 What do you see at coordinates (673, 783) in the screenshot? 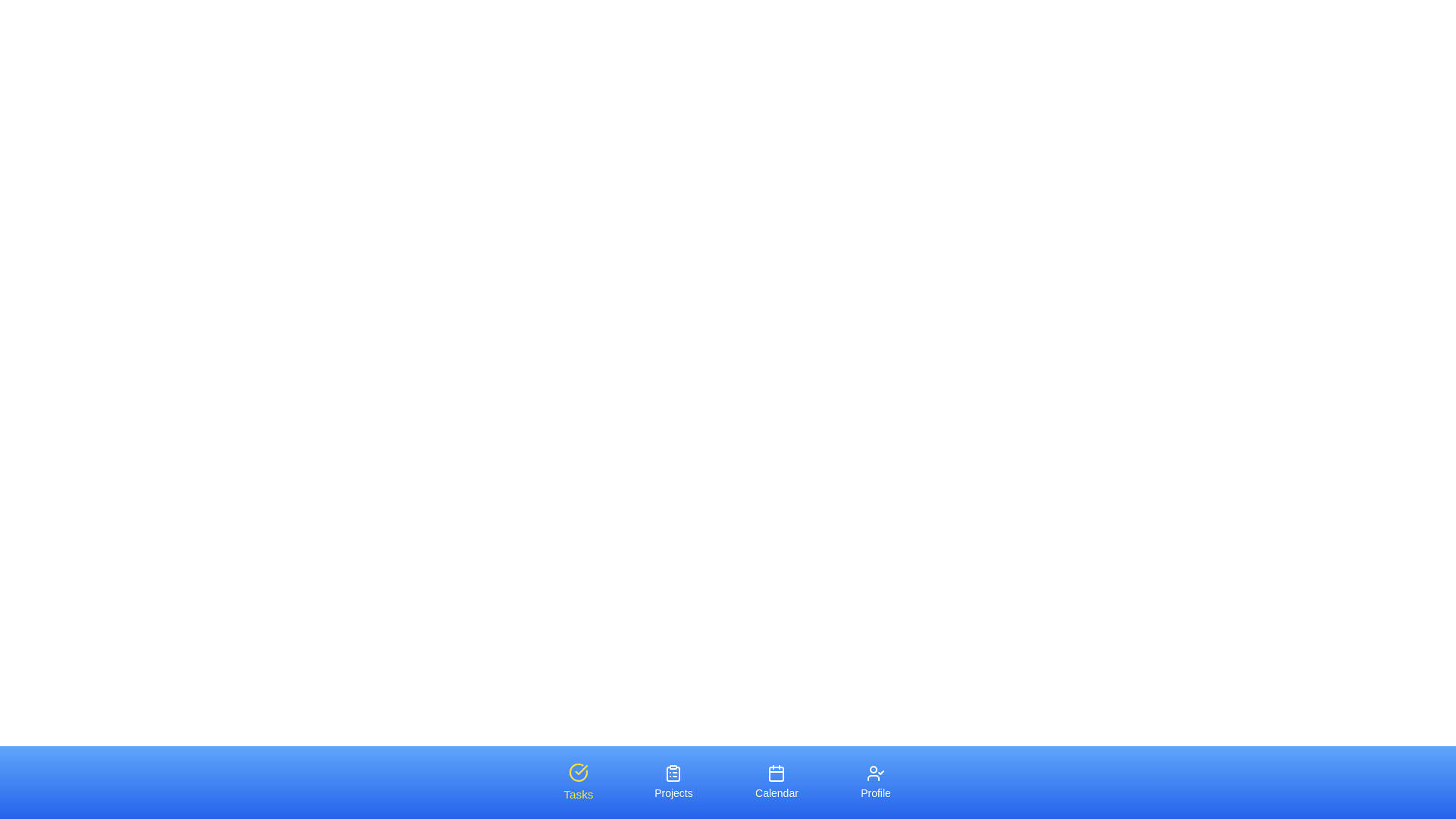
I see `the Projects tab by clicking on it` at bounding box center [673, 783].